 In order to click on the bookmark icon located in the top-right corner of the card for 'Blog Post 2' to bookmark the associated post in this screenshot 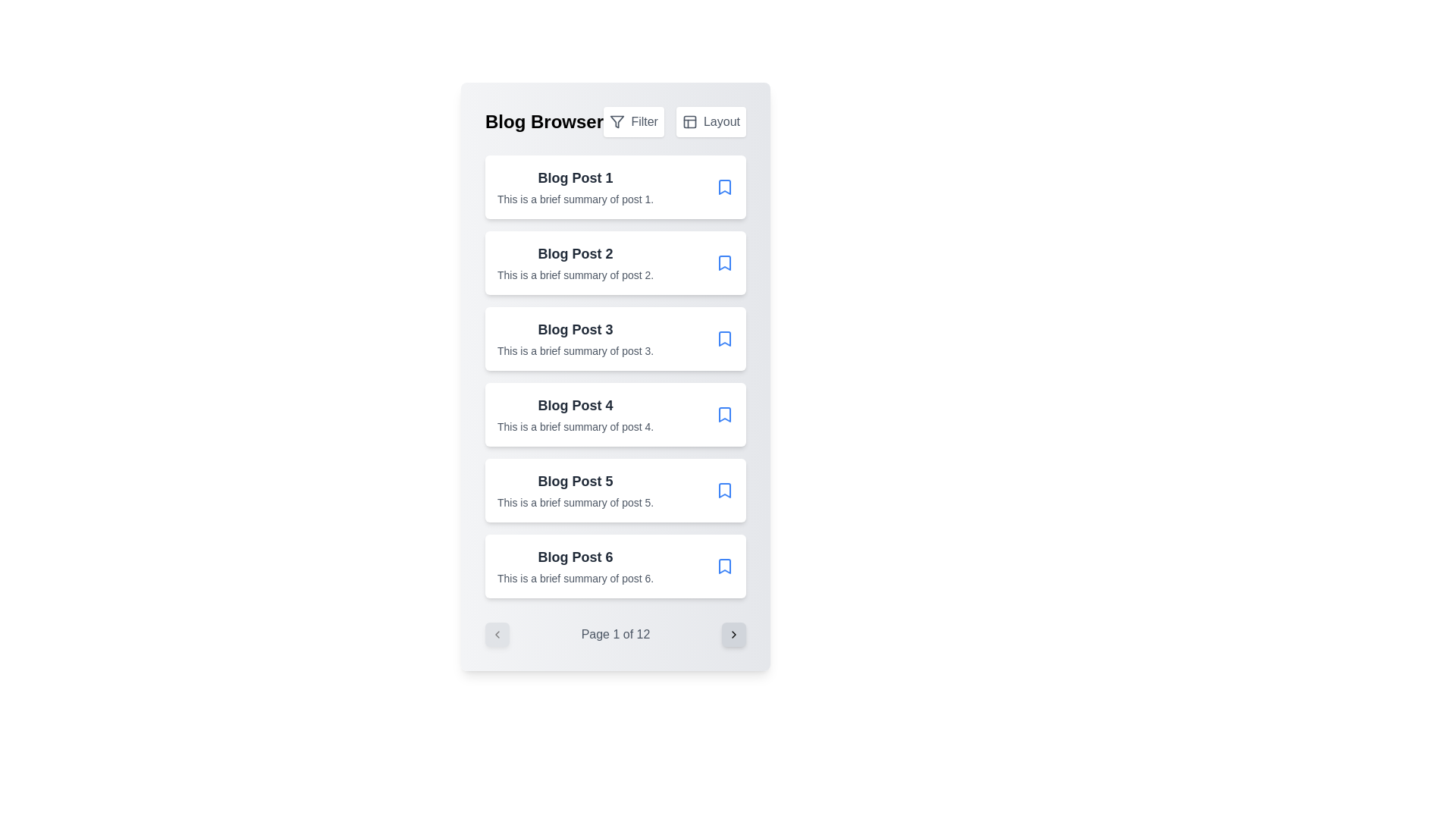, I will do `click(723, 262)`.